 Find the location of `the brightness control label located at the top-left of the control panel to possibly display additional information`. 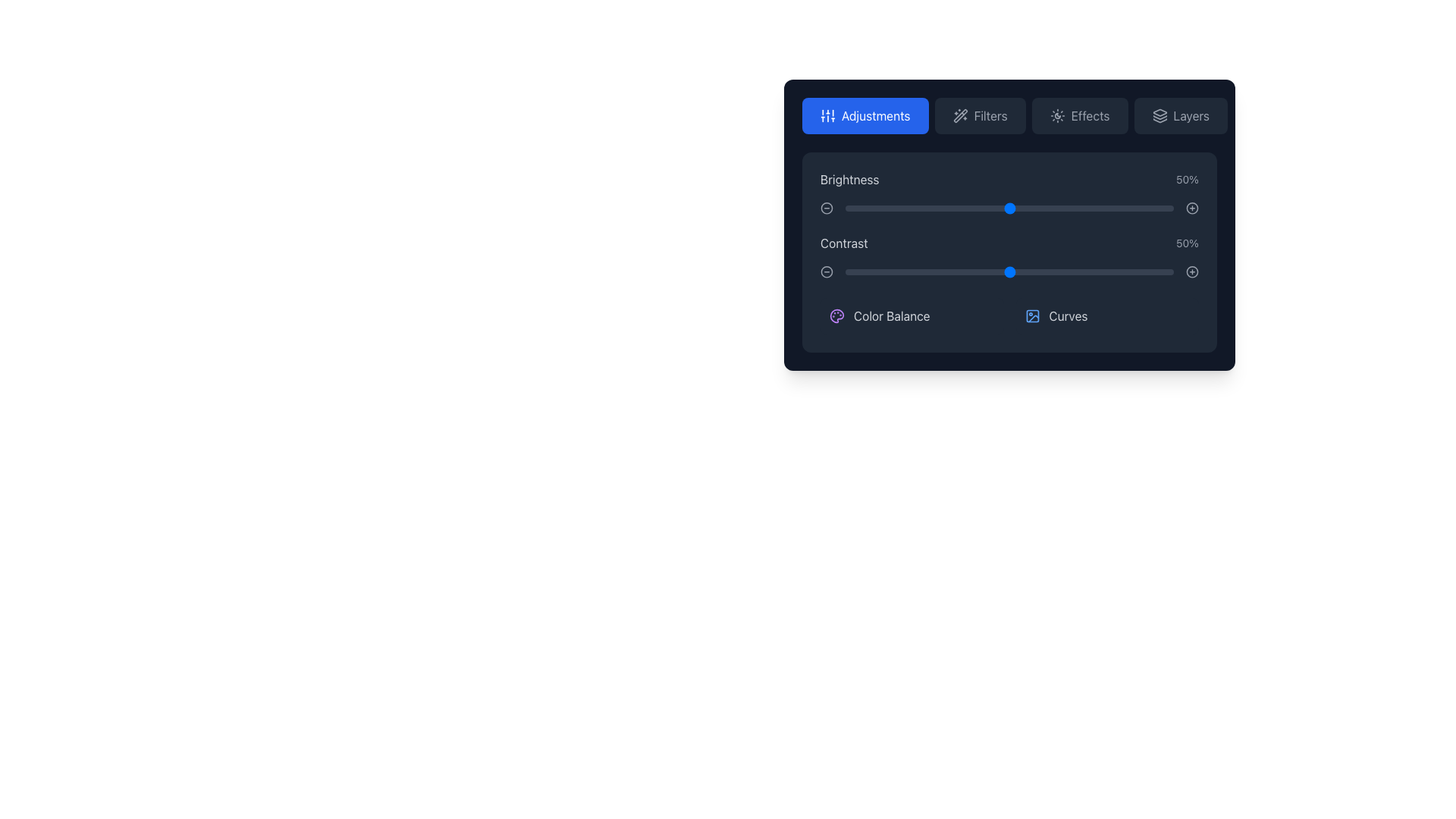

the brightness control label located at the top-left of the control panel to possibly display additional information is located at coordinates (849, 178).